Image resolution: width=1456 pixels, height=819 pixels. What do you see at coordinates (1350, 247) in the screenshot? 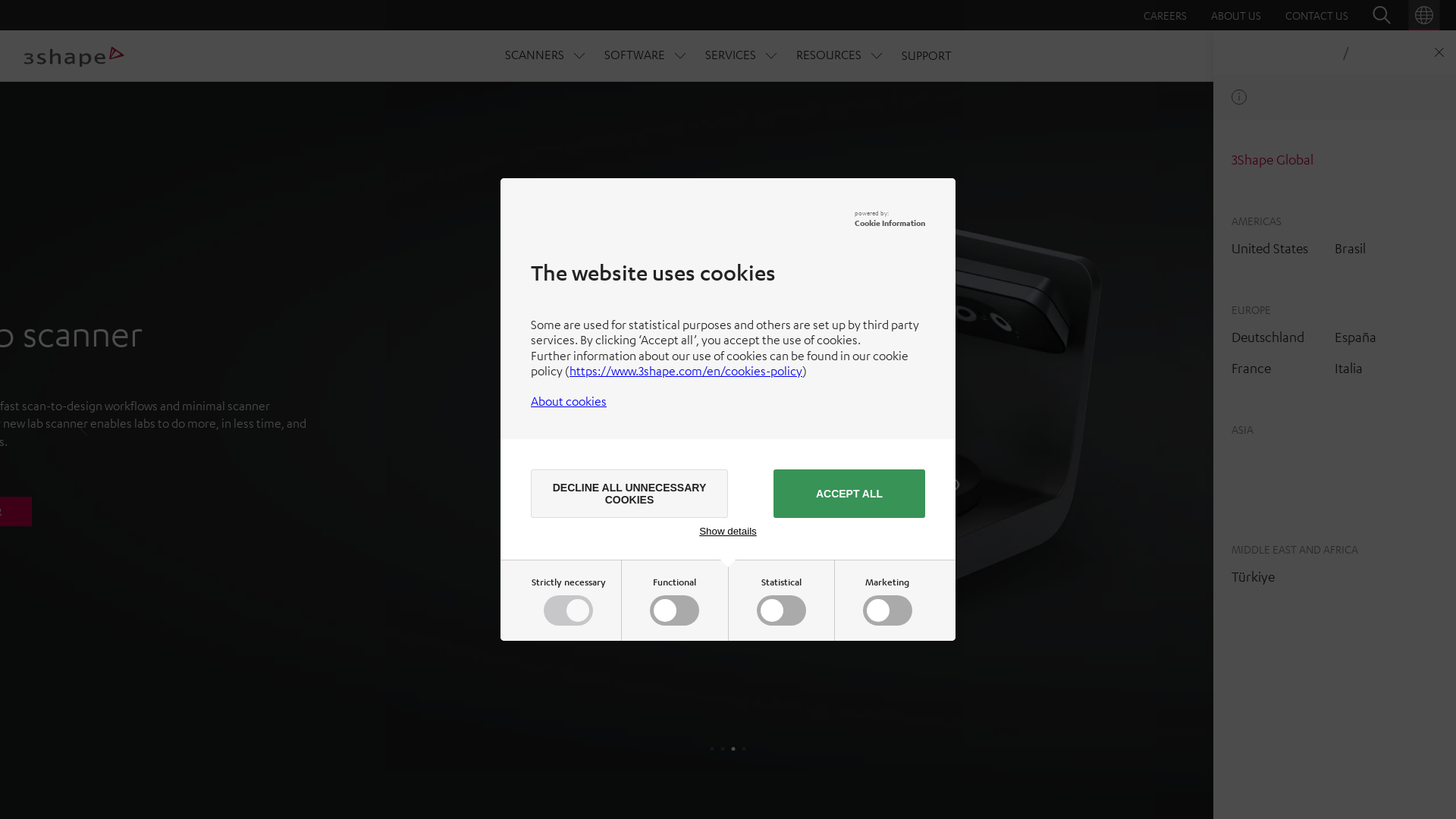
I see `'Brasil'` at bounding box center [1350, 247].